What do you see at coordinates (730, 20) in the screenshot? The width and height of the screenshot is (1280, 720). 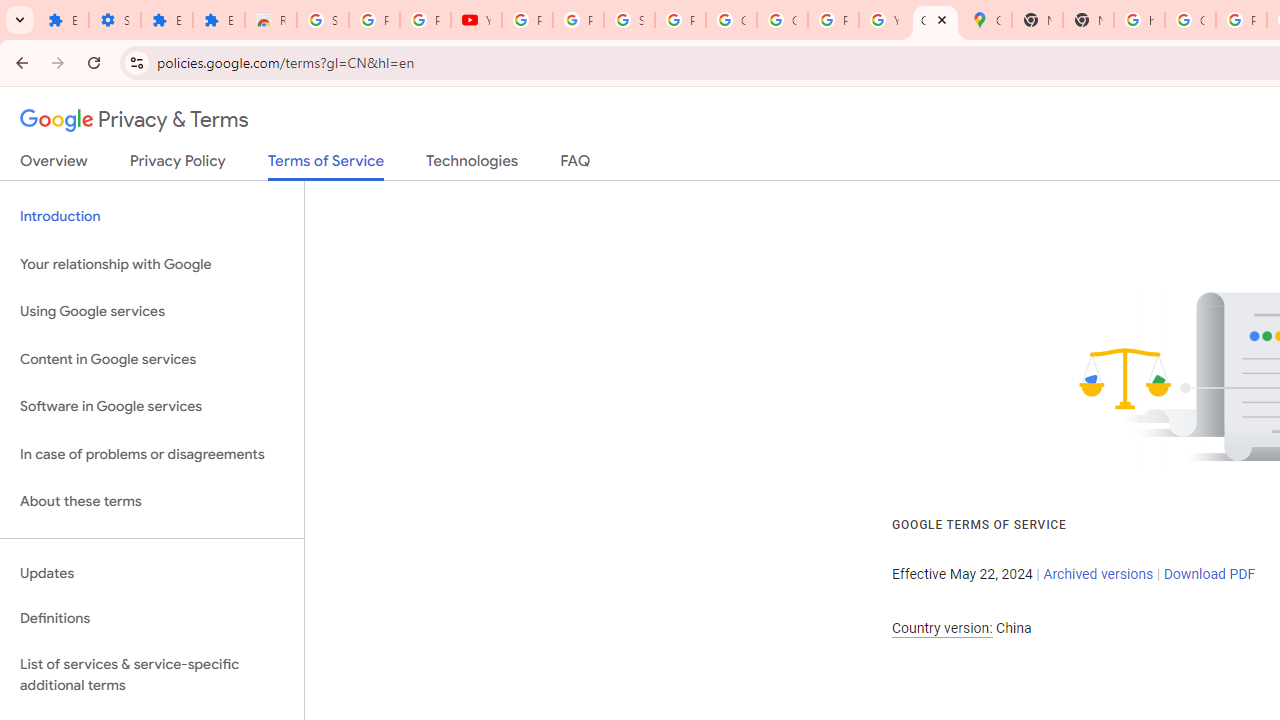 I see `'Google Account'` at bounding box center [730, 20].